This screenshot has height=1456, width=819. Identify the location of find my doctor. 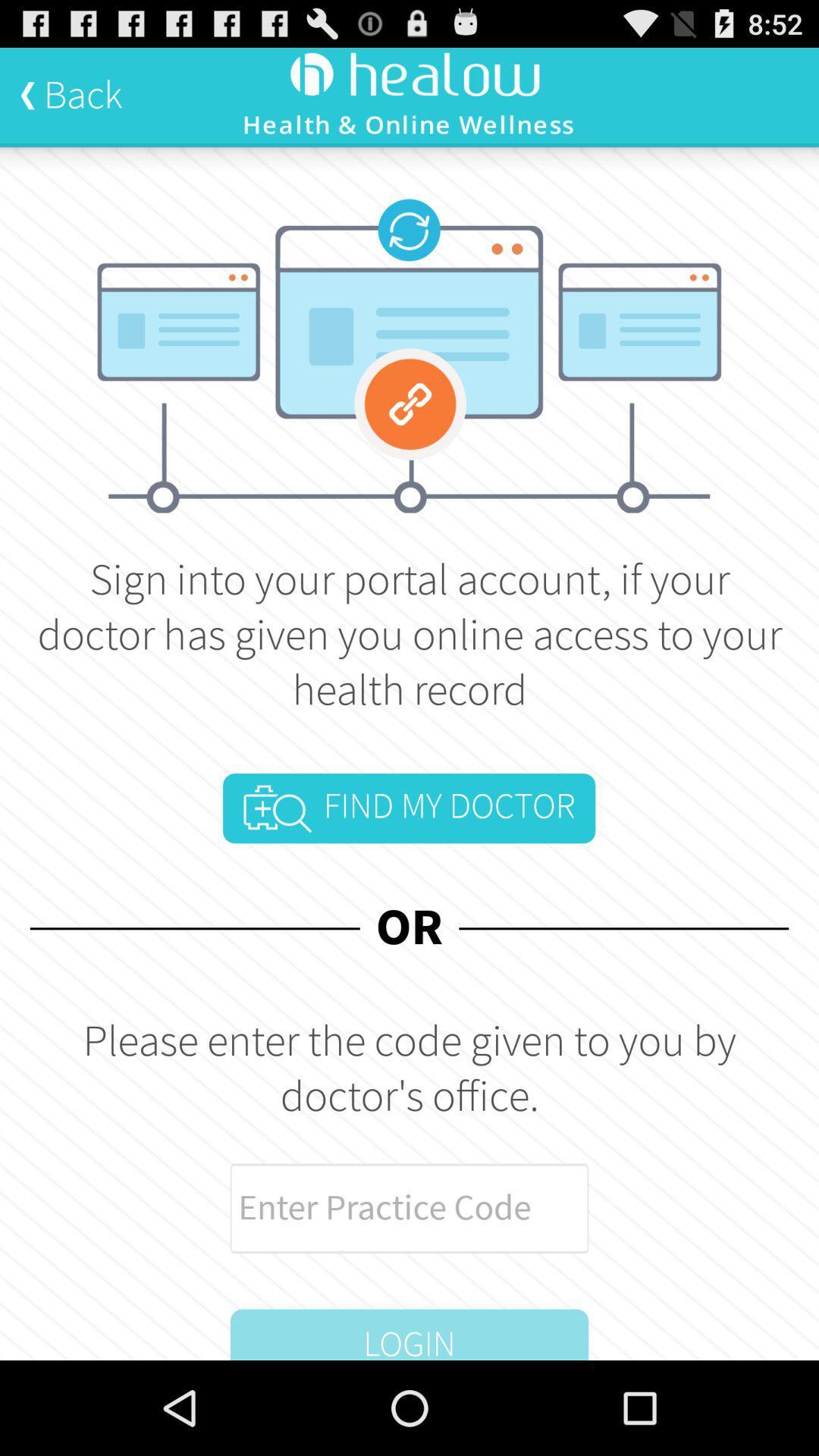
(408, 808).